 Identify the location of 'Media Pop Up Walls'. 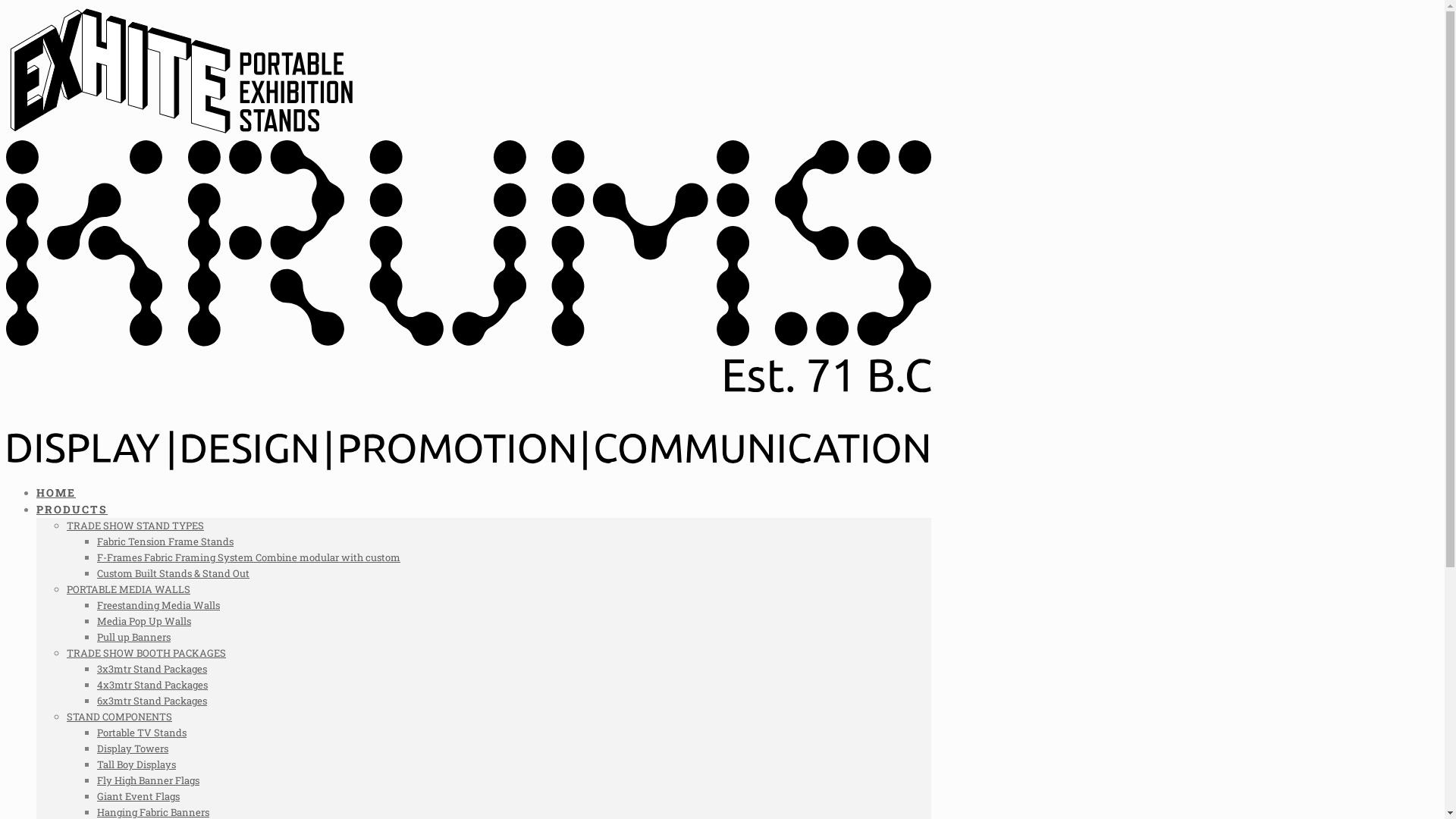
(96, 620).